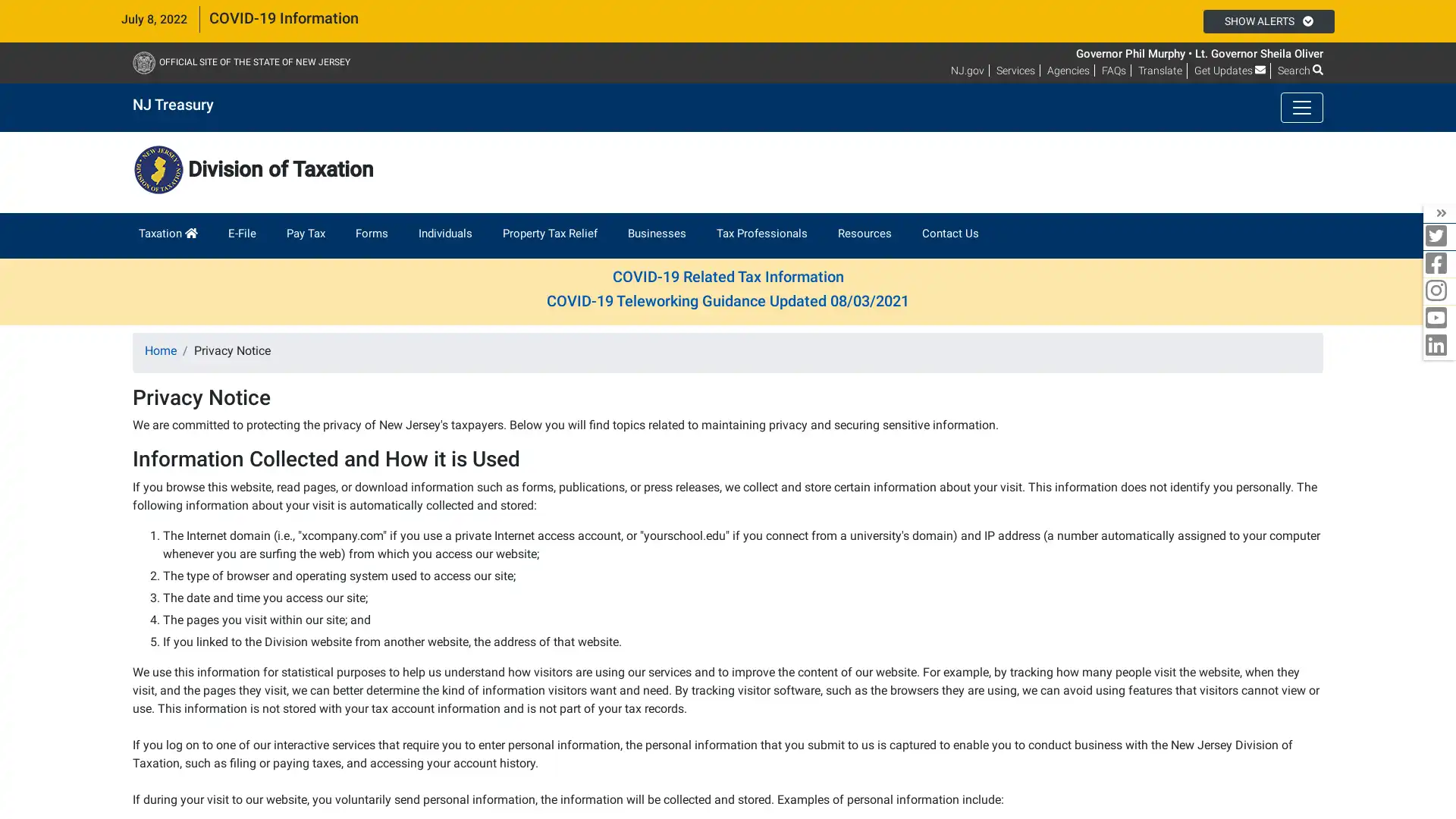 The image size is (1456, 819). What do you see at coordinates (1299, 70) in the screenshot?
I see `Search` at bounding box center [1299, 70].